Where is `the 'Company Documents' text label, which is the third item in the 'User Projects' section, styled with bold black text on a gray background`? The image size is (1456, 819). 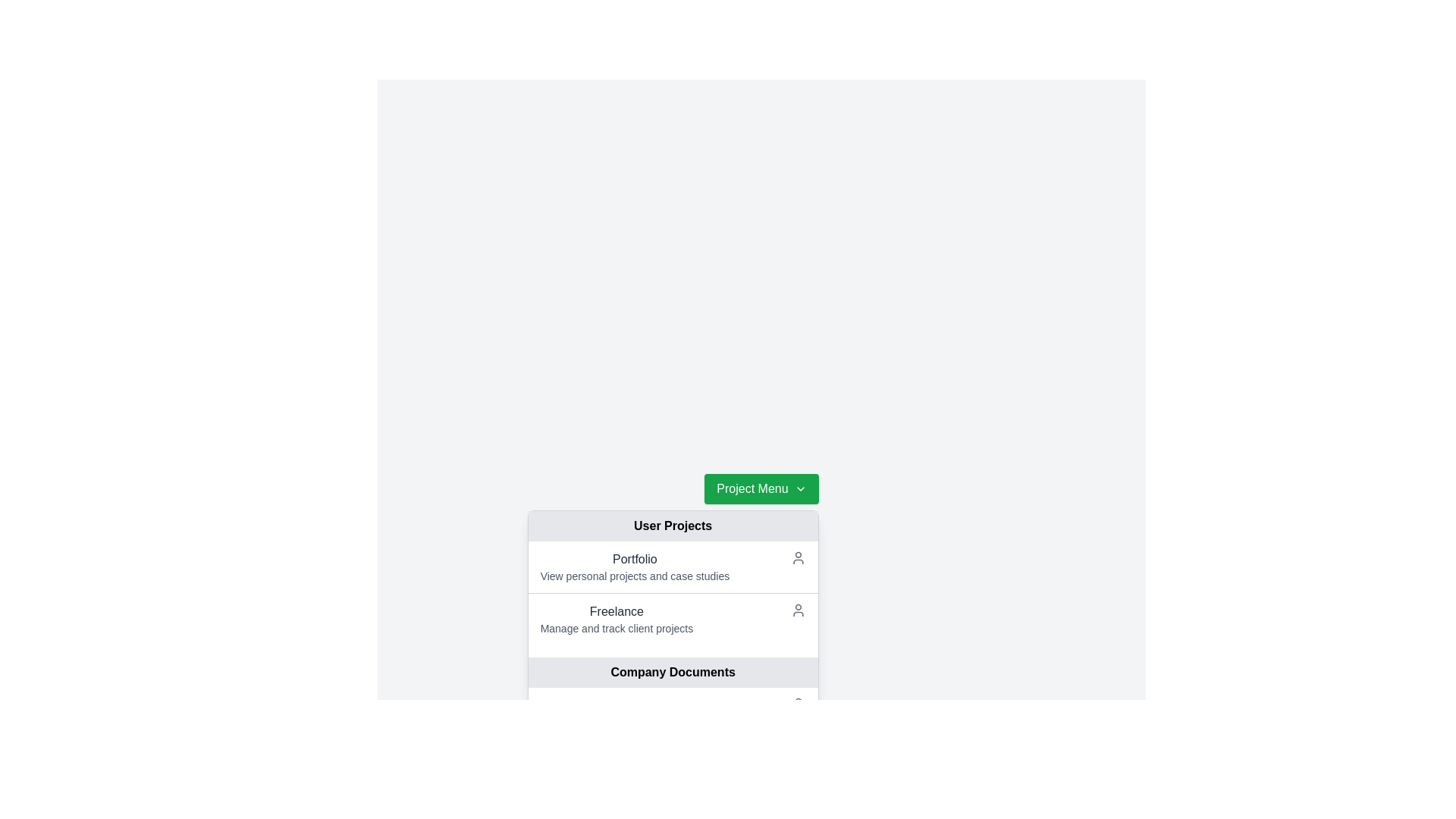
the 'Company Documents' text label, which is the third item in the 'User Projects' section, styled with bold black text on a gray background is located at coordinates (672, 672).